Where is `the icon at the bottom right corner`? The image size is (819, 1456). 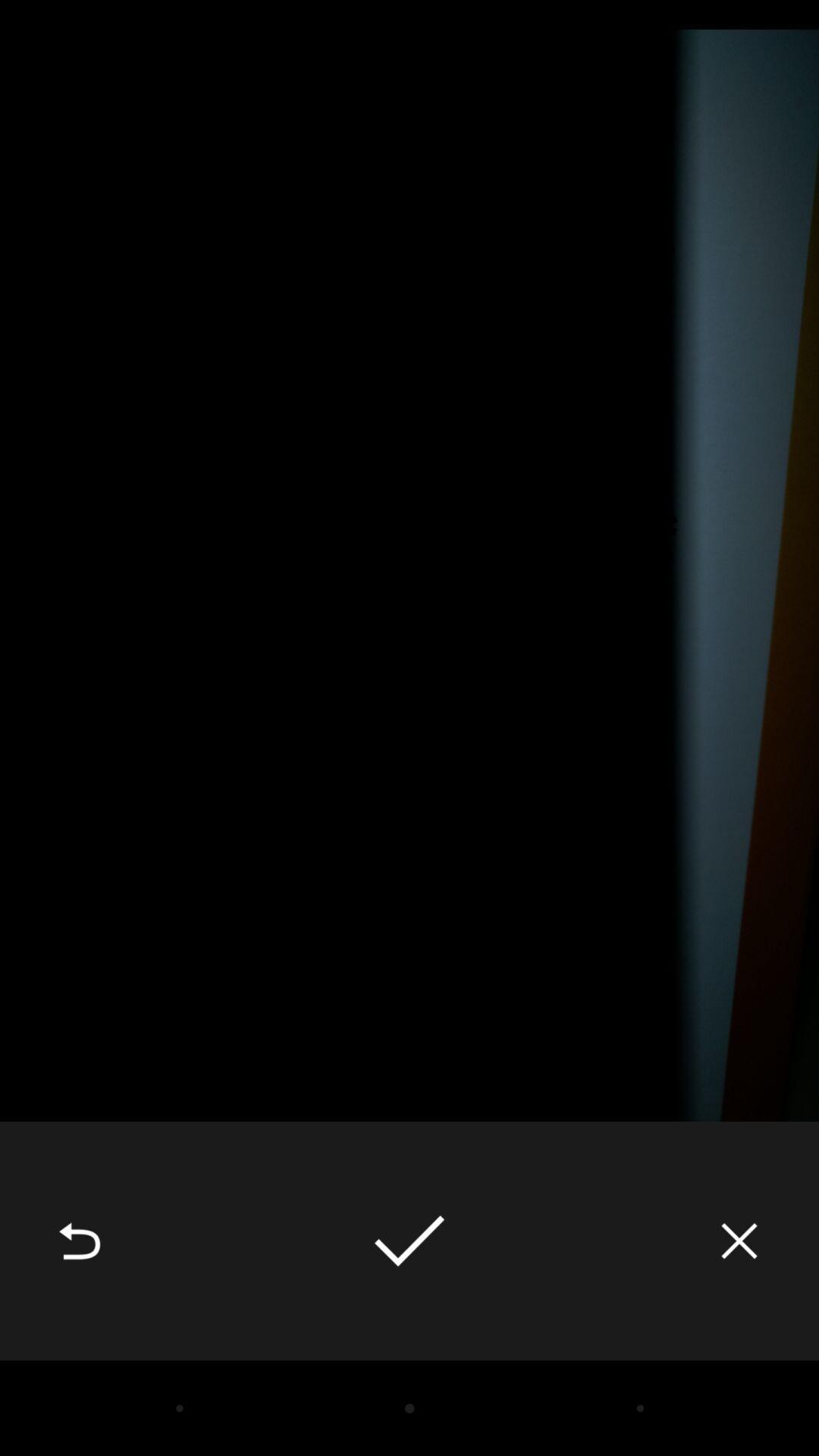
the icon at the bottom right corner is located at coordinates (739, 1241).